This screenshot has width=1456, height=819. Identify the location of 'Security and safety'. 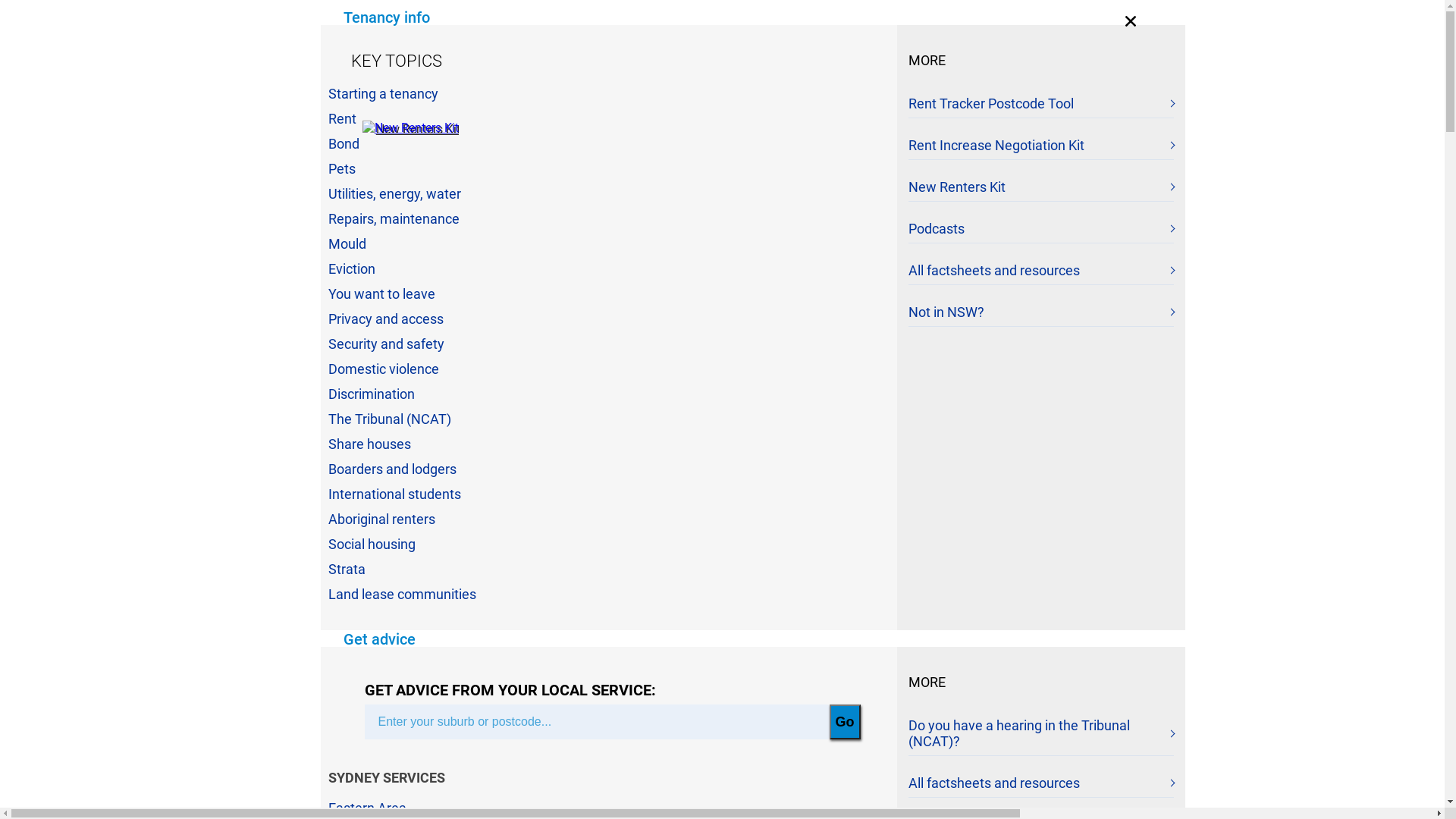
(327, 344).